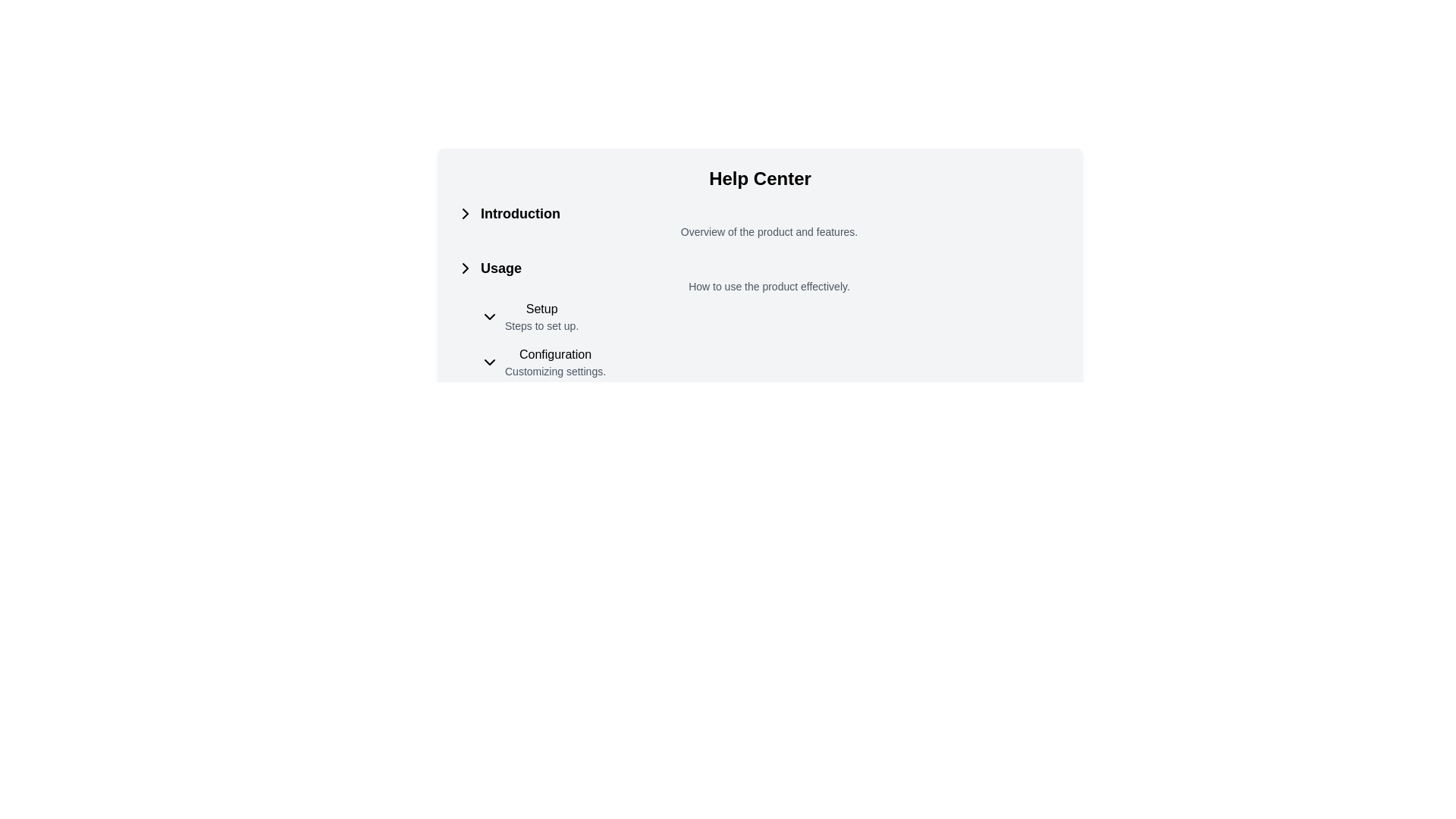  Describe the element at coordinates (465, 213) in the screenshot. I see `the interactive navigational icon within the left navigation panel, adjacent to the 'Introduction' text` at that location.